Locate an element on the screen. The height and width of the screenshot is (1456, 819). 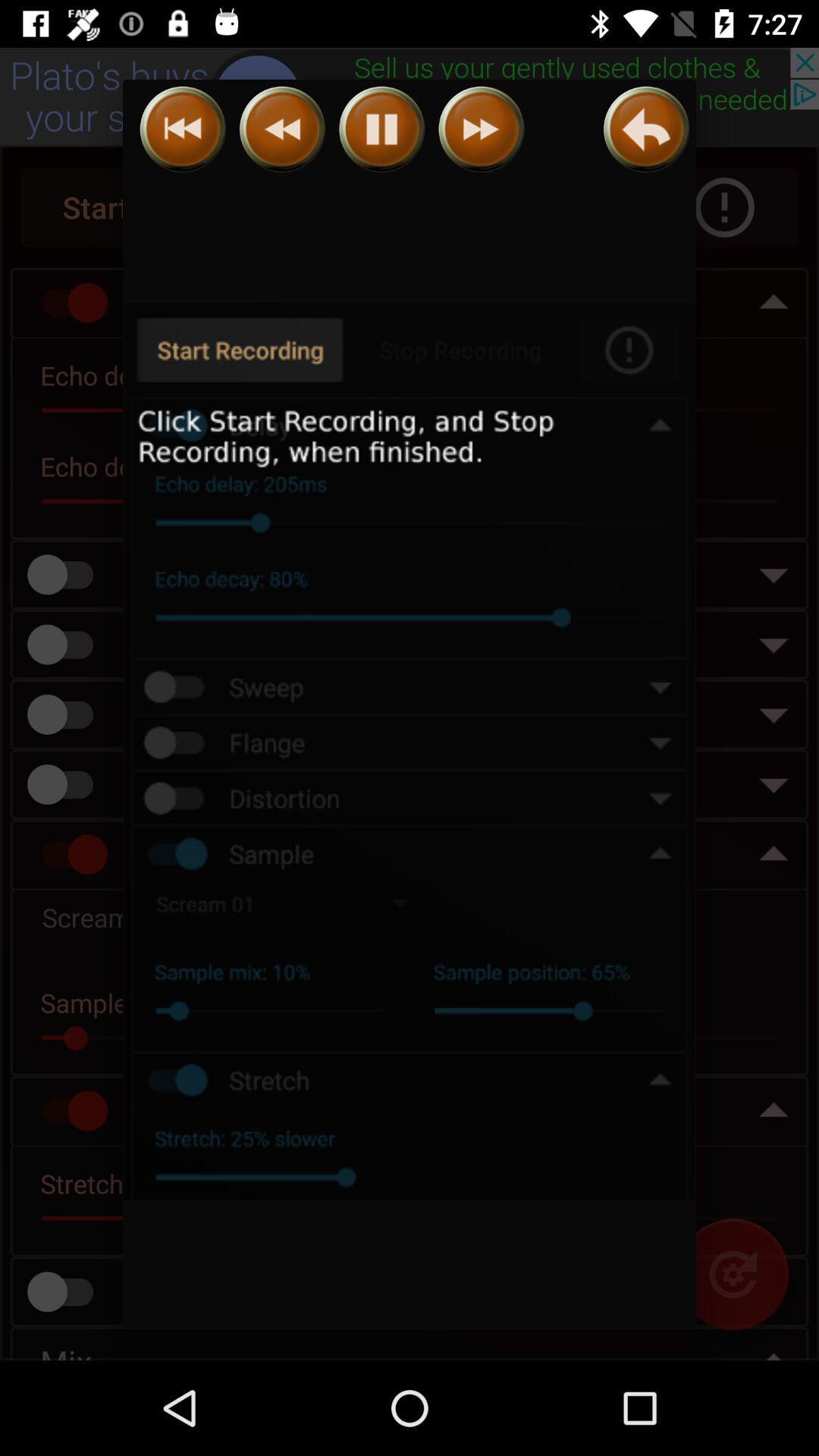
begin recording is located at coordinates (409, 752).